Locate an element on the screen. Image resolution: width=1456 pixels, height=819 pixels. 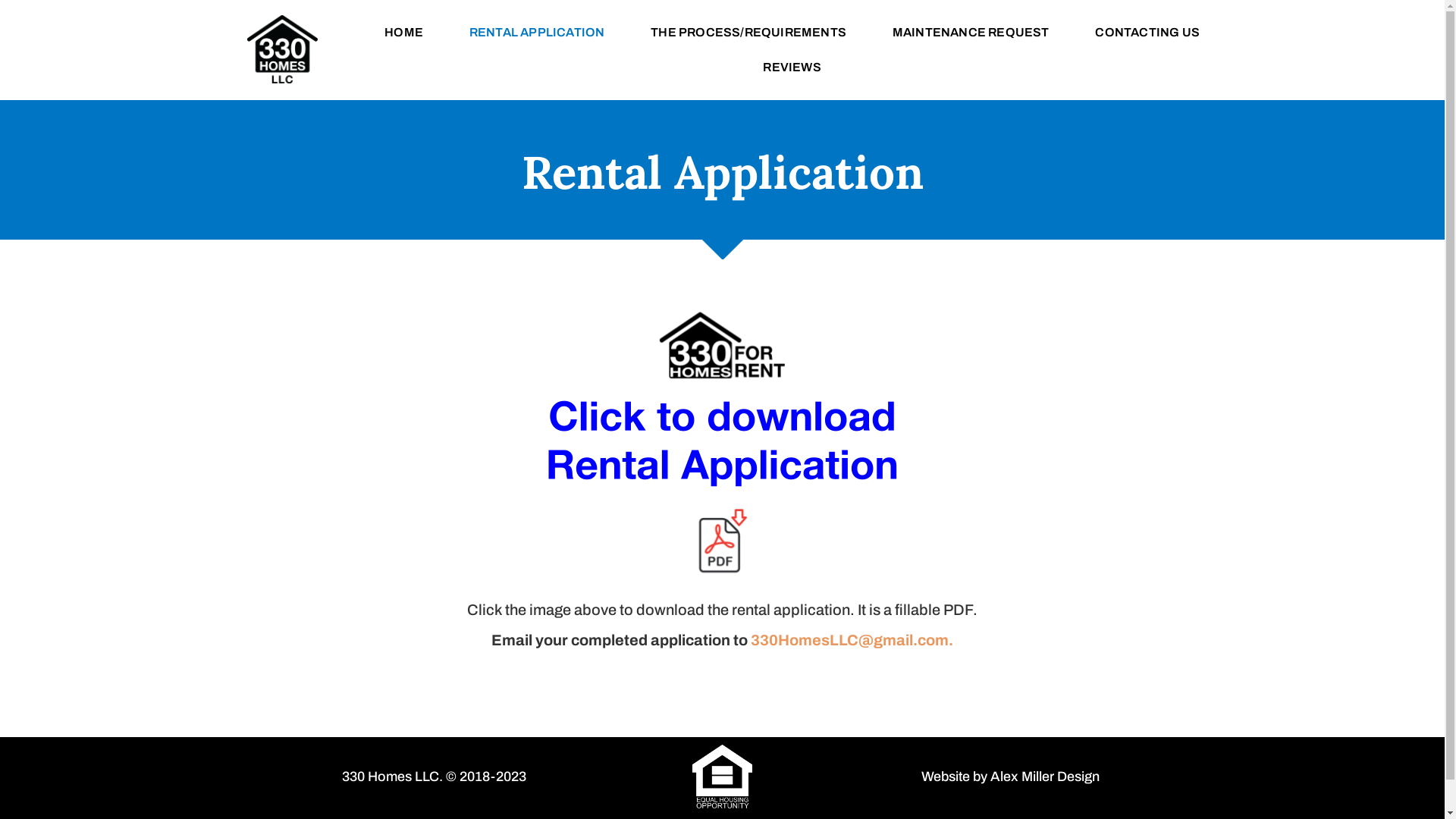
'MAINTENANCE REQUEST' is located at coordinates (869, 32).